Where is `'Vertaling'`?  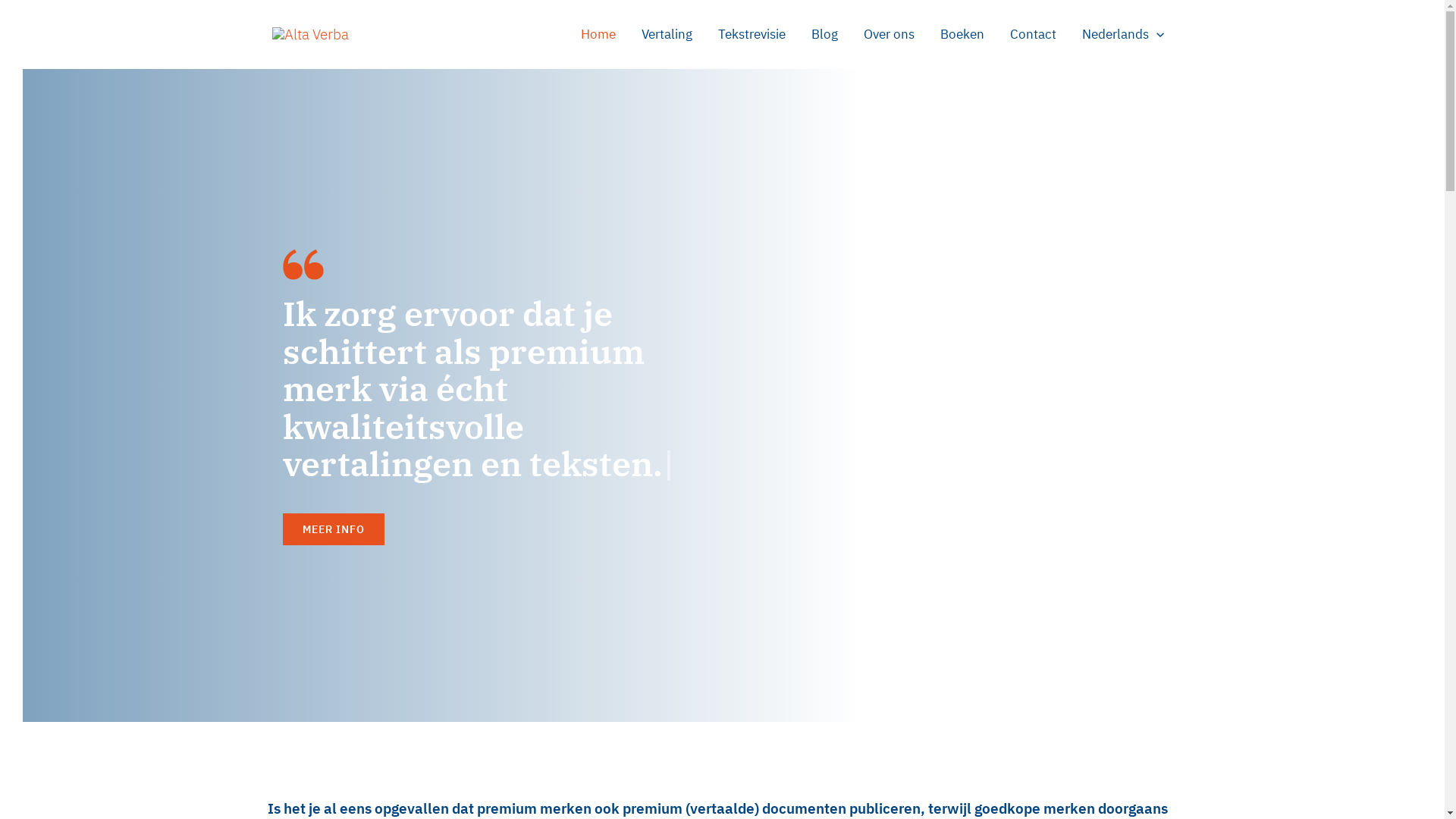
'Vertaling' is located at coordinates (667, 34).